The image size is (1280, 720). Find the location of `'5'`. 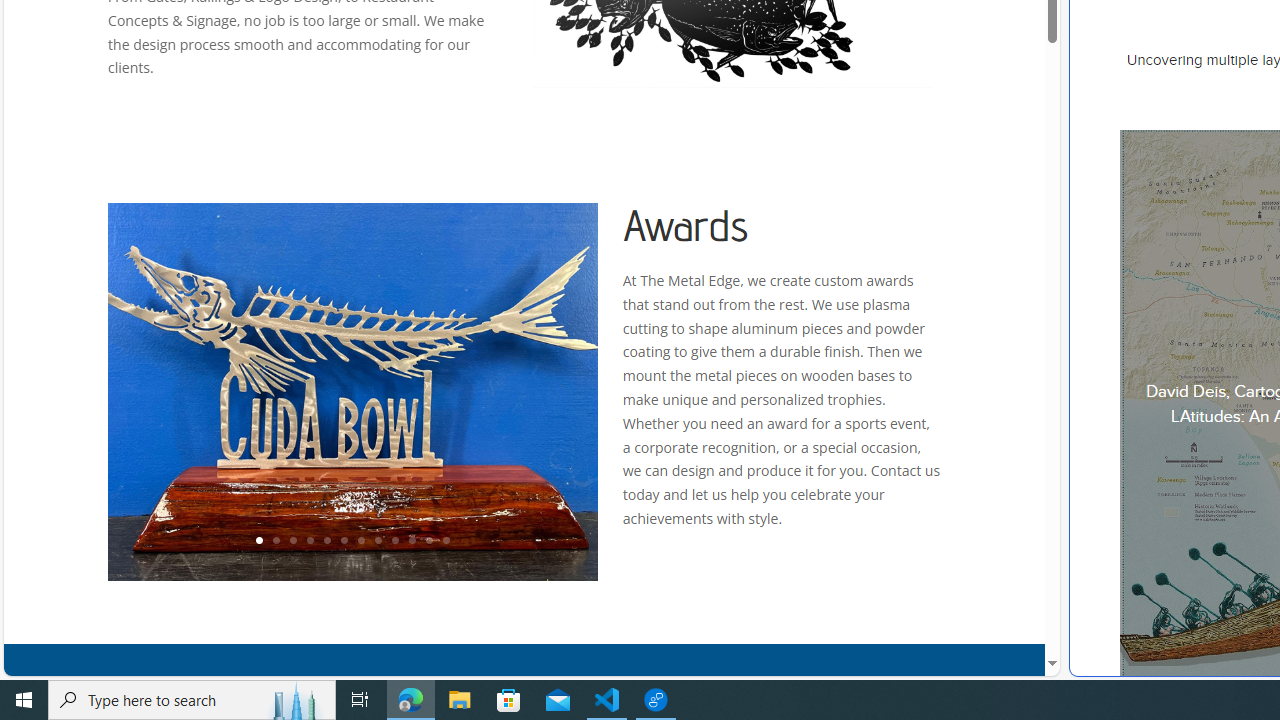

'5' is located at coordinates (327, 541).